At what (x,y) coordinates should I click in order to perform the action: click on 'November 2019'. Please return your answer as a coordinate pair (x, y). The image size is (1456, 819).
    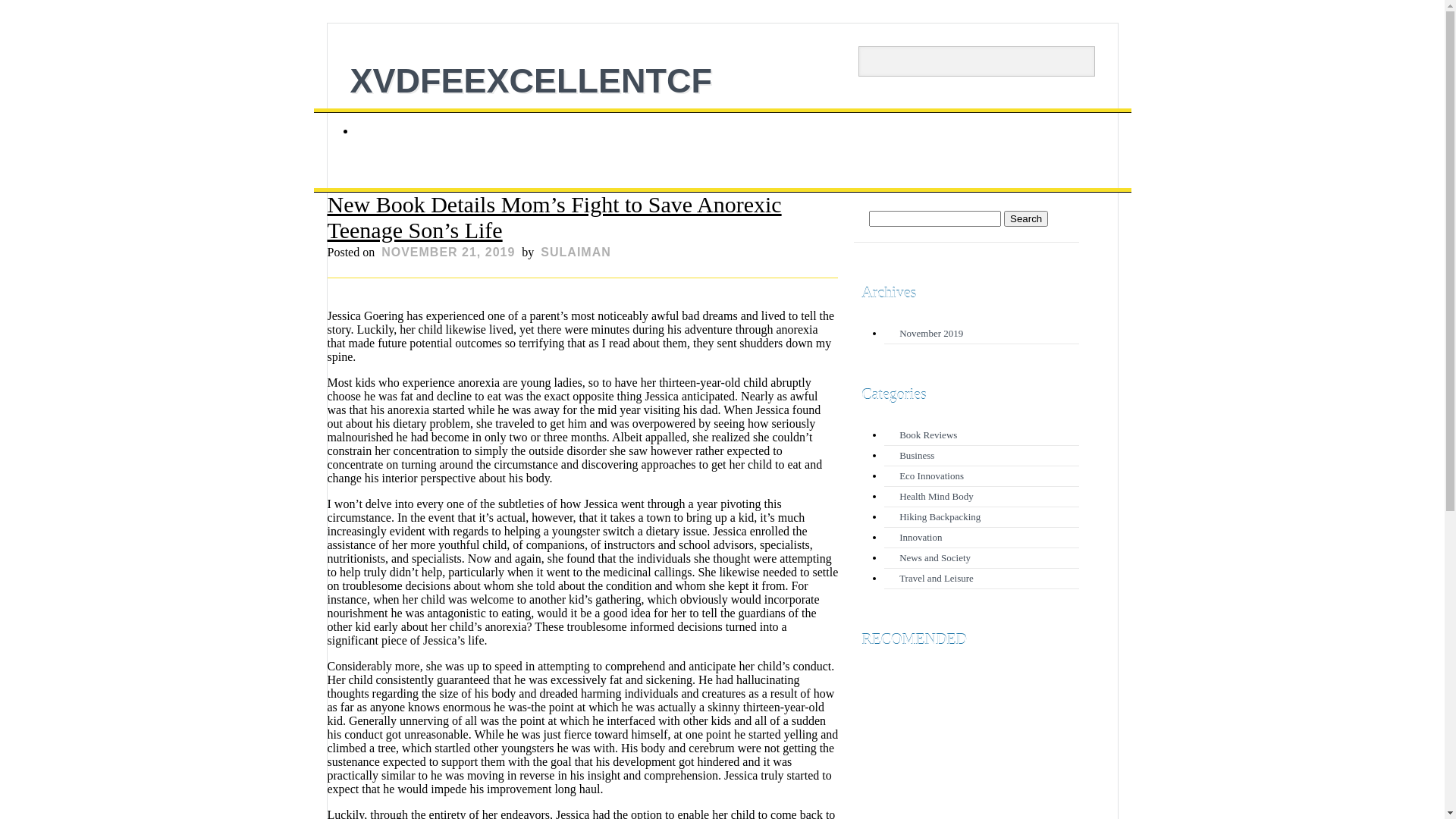
    Looking at the image, I should click on (899, 332).